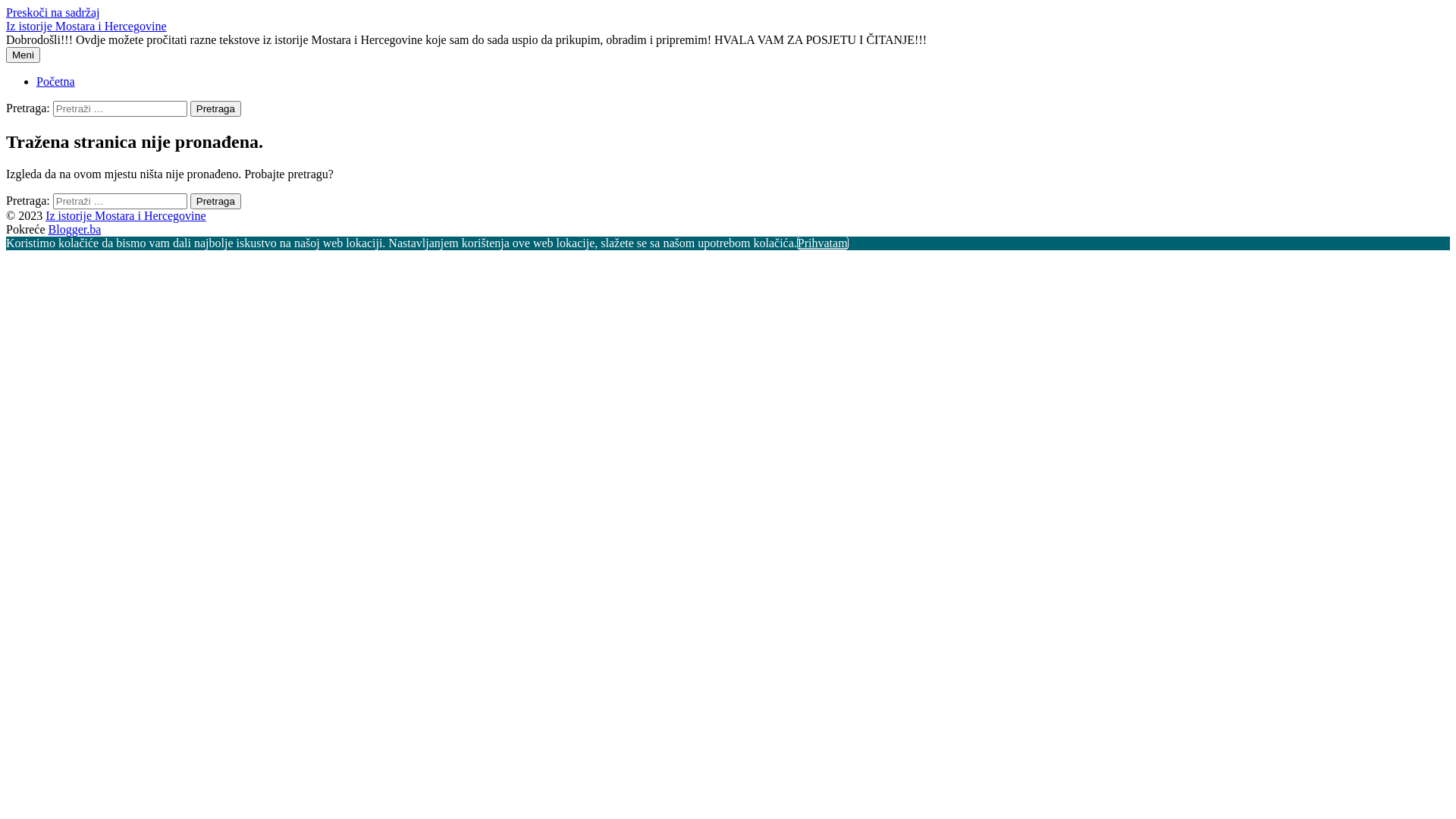 This screenshot has height=819, width=1456. I want to click on 'Pretraga', so click(215, 108).